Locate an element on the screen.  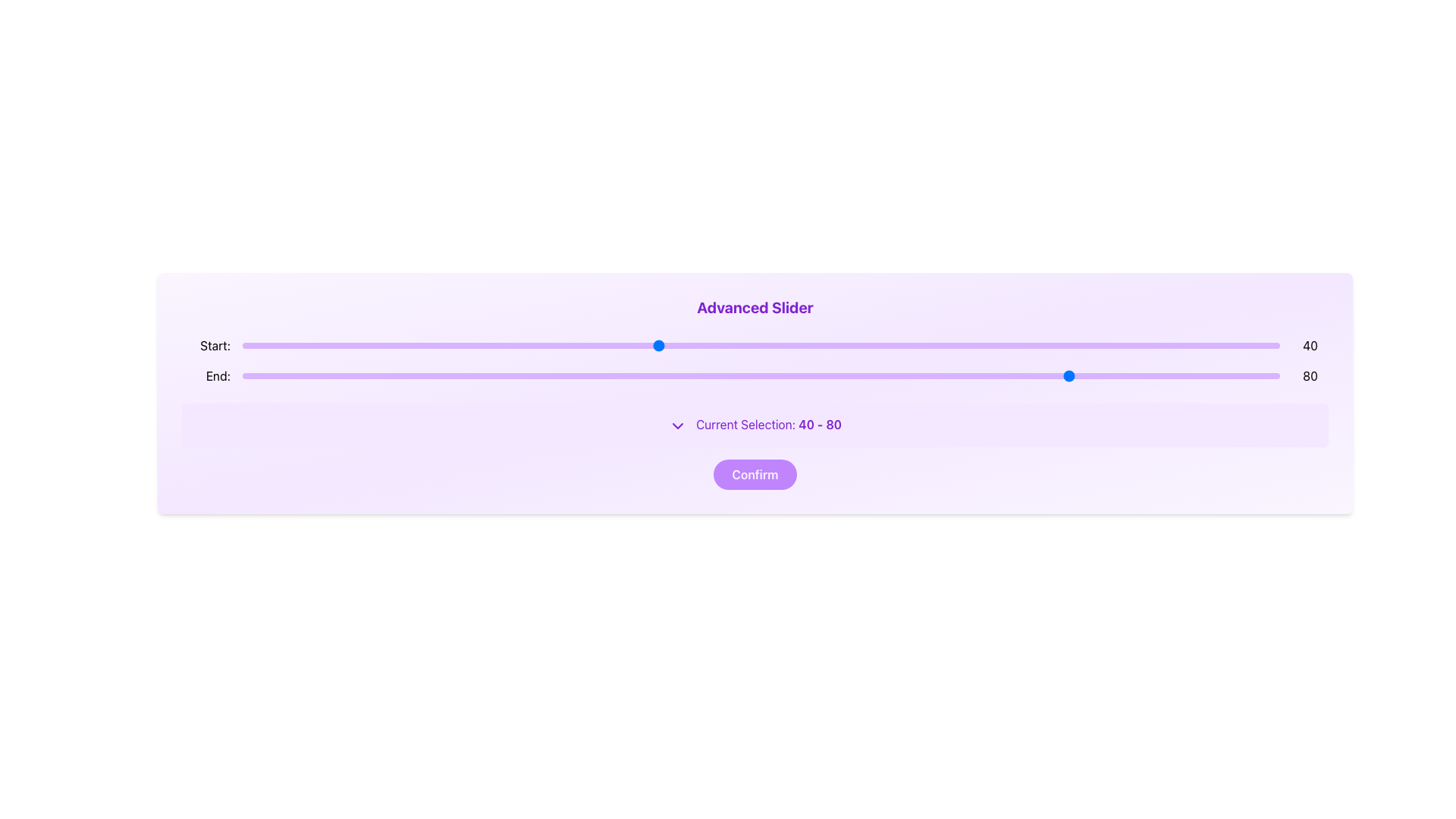
the start slider is located at coordinates (1103, 345).